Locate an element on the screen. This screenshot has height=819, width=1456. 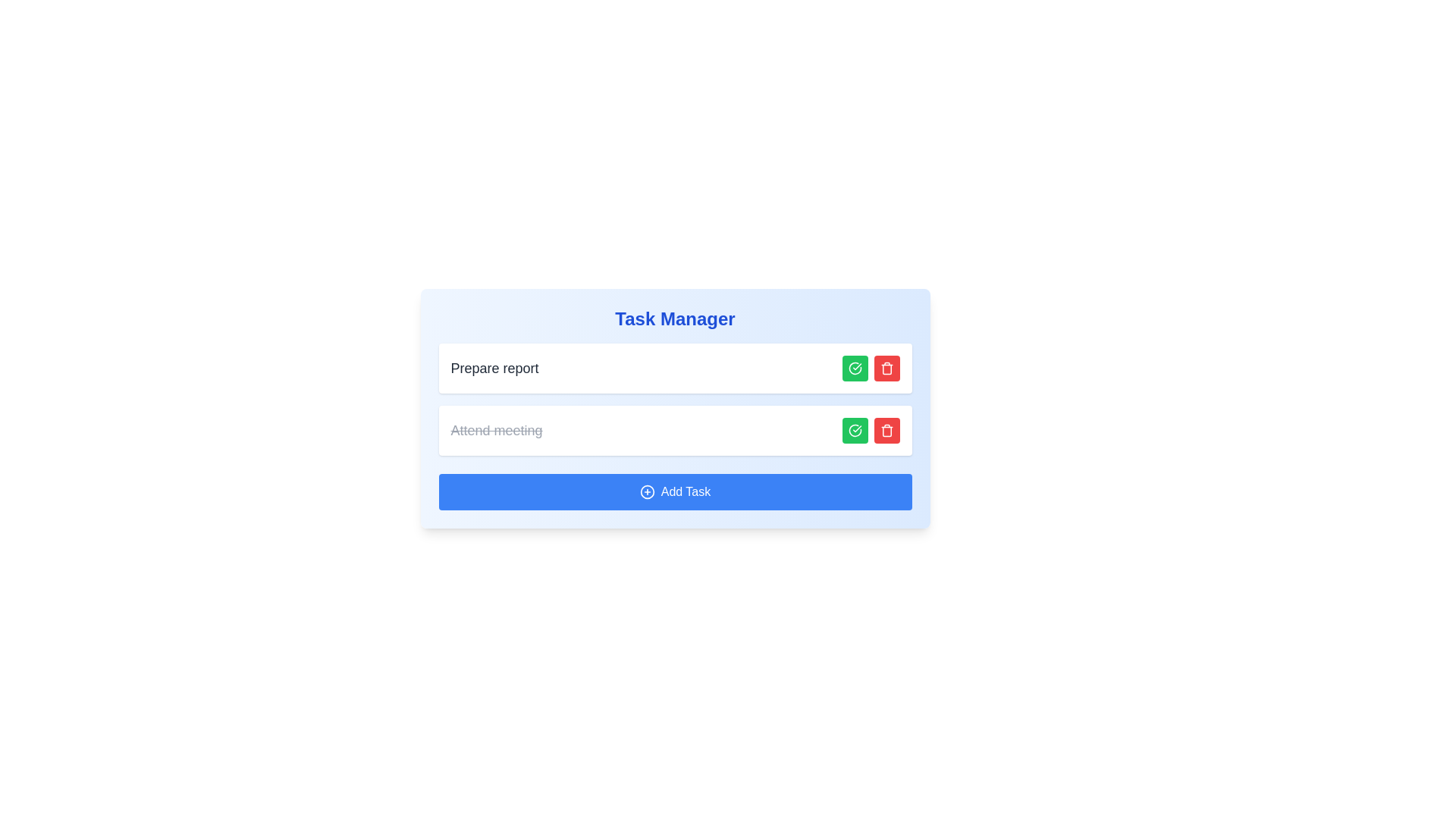
the delete button positioned to the right of the green button, which removes the task associated with it from the task list is located at coordinates (886, 430).